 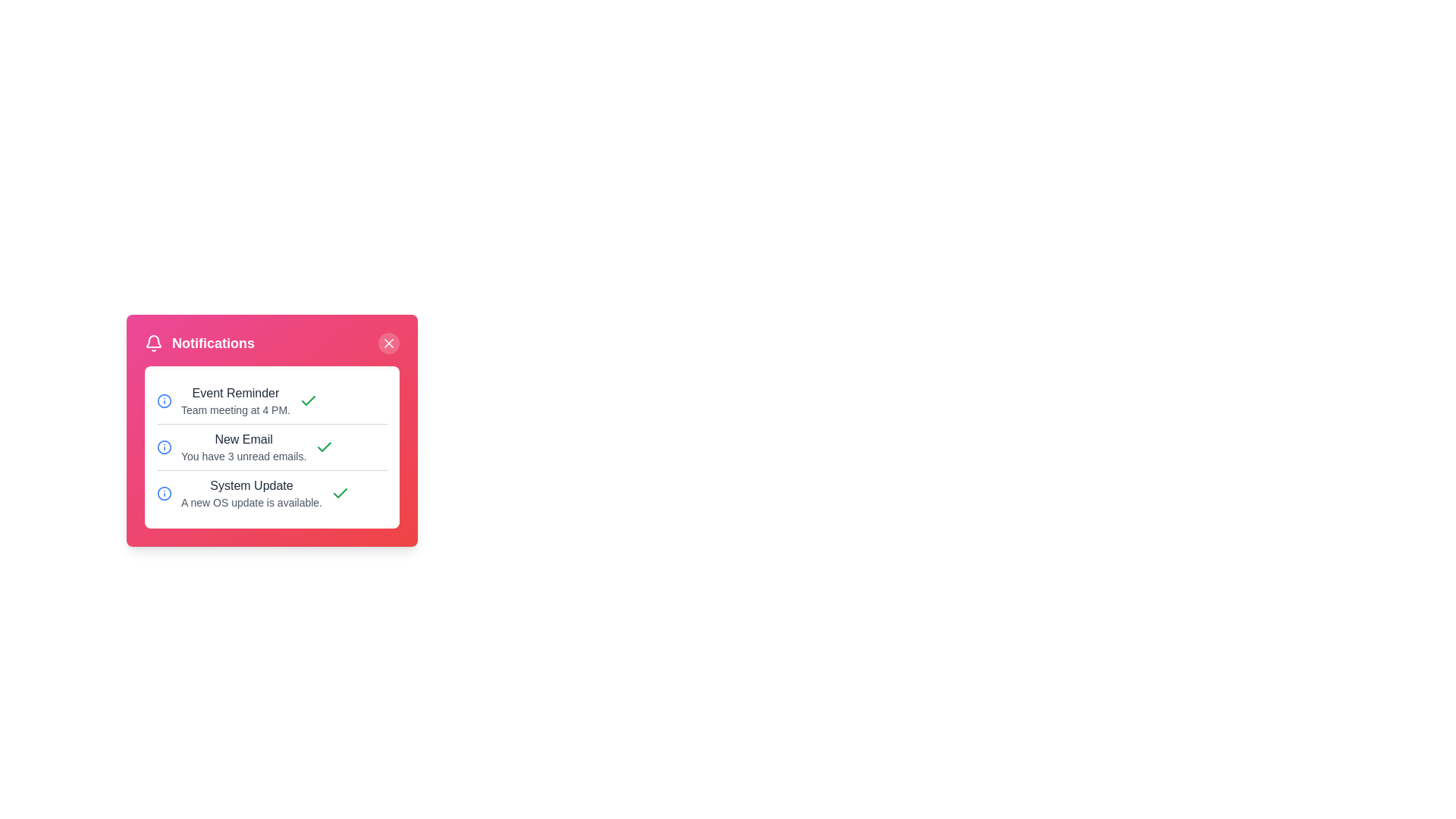 What do you see at coordinates (243, 447) in the screenshot?
I see `the 'New Email' text block in the notifications popover, which indicates unread emails` at bounding box center [243, 447].